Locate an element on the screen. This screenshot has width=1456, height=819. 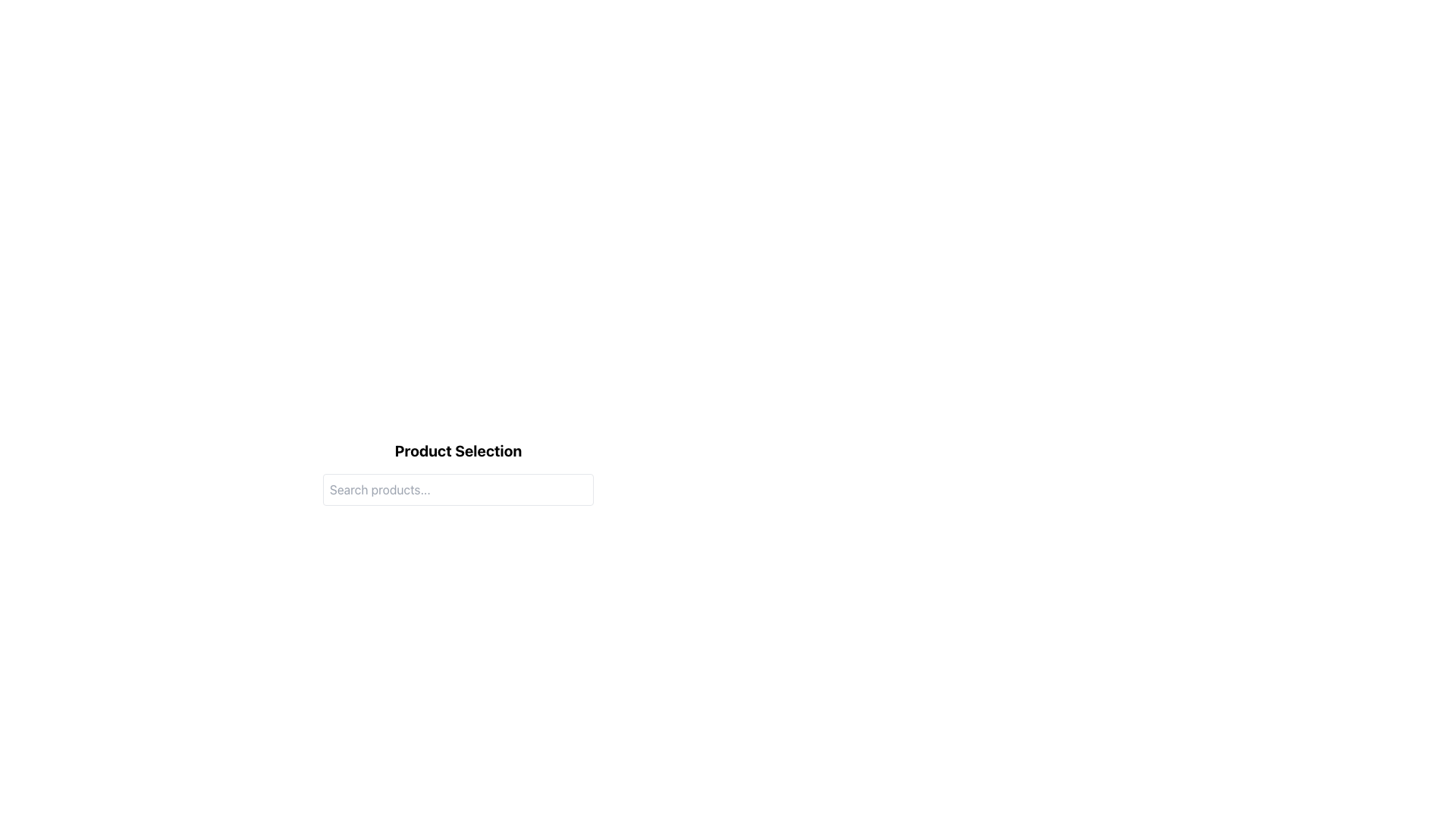
the 'Product Selection' text element, which is styled in bold and large font and serves as a title above the text input field is located at coordinates (457, 450).